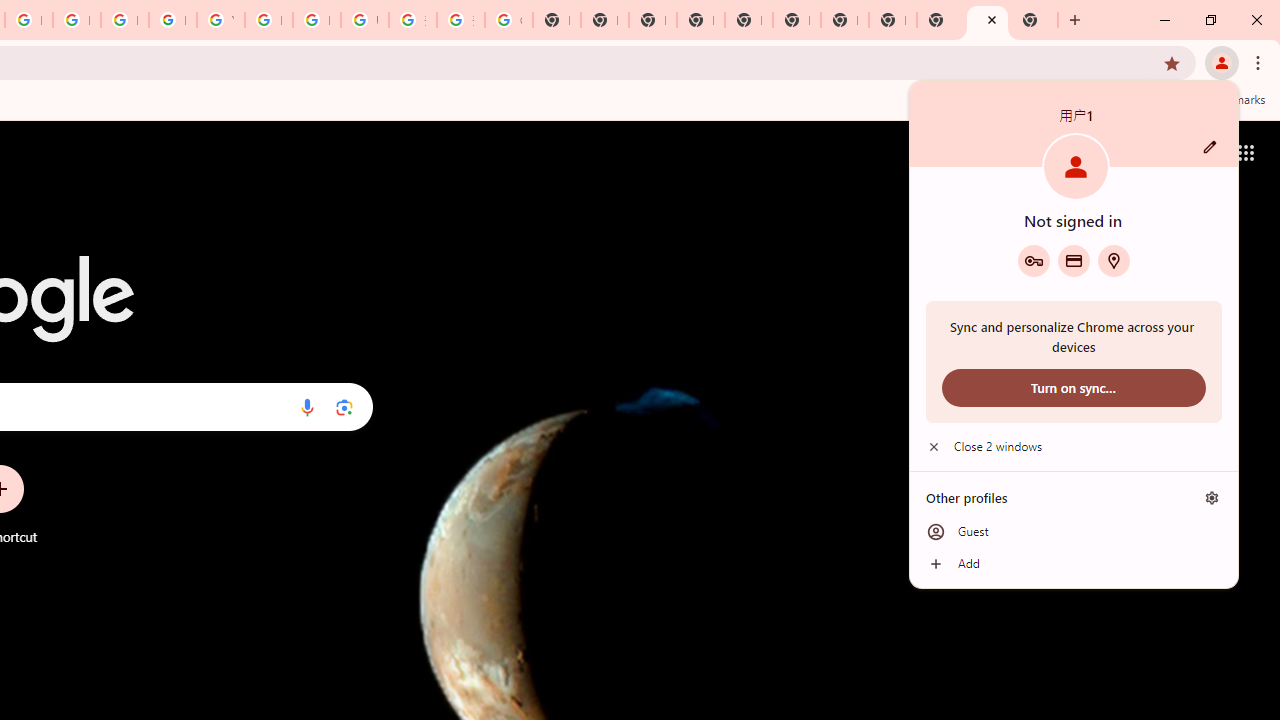 This screenshot has height=720, width=1280. Describe the element at coordinates (1073, 260) in the screenshot. I see `'Payment methods'` at that location.